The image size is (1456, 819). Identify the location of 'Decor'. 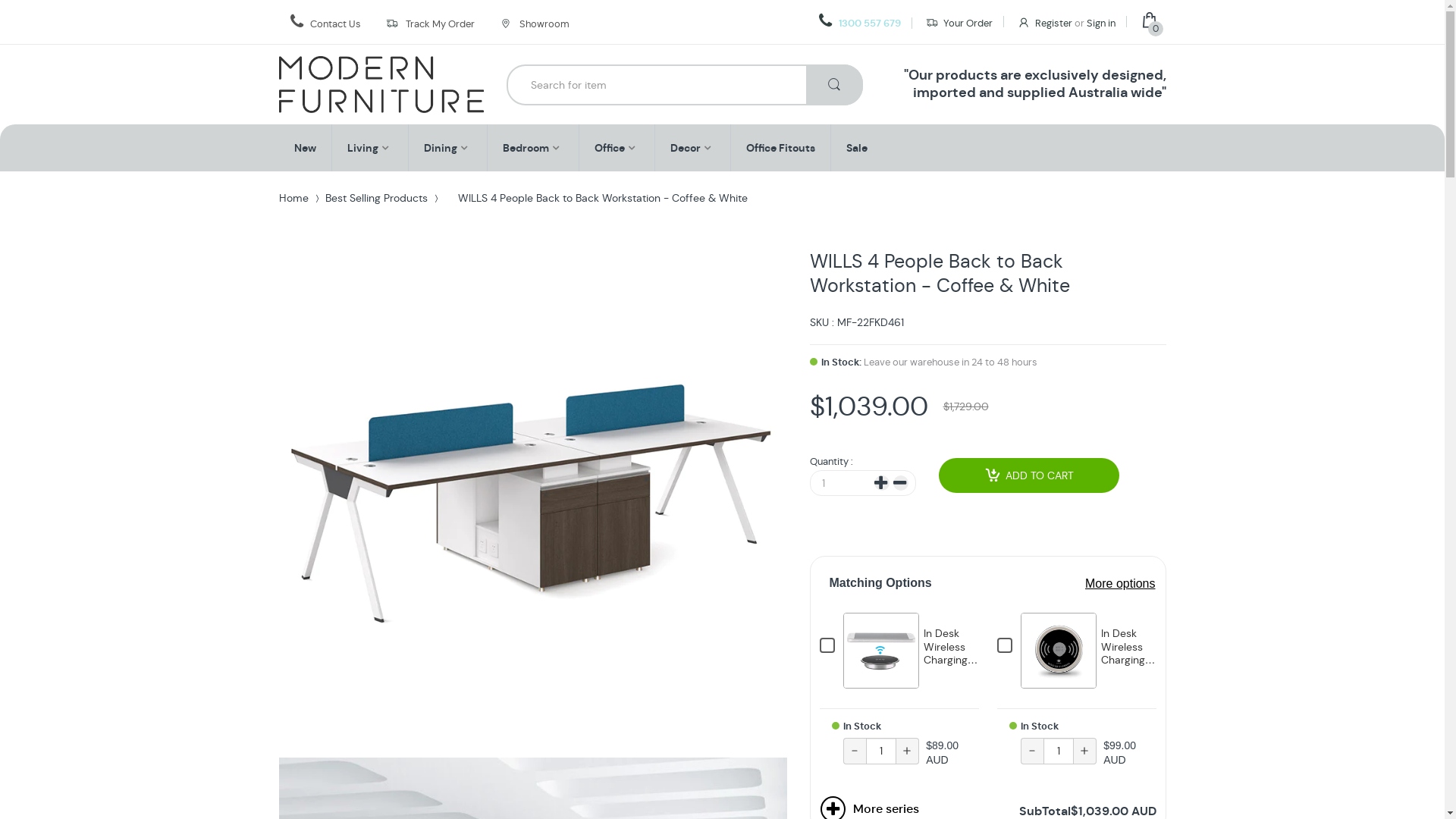
(669, 148).